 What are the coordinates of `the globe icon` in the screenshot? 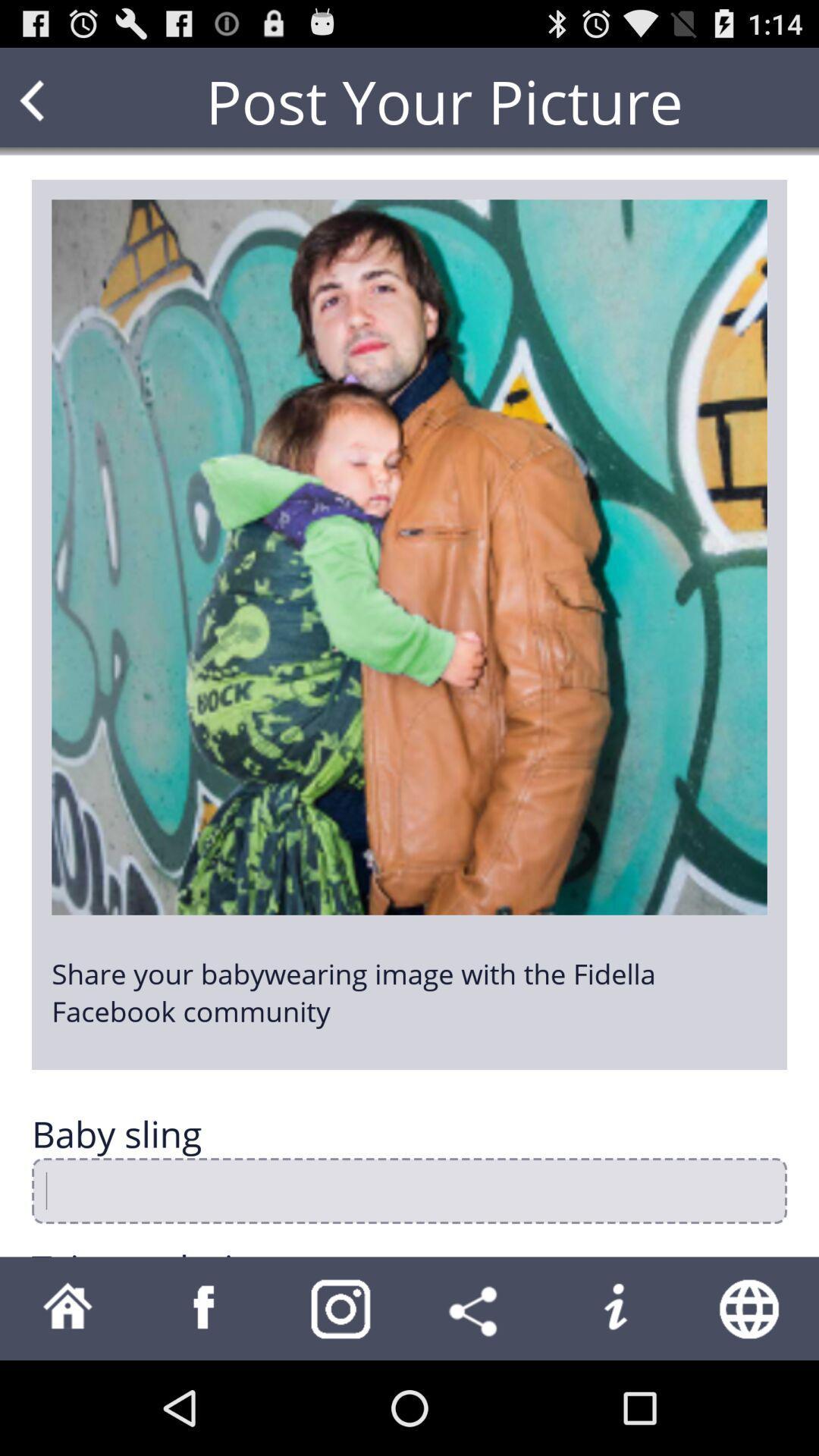 It's located at (751, 1400).